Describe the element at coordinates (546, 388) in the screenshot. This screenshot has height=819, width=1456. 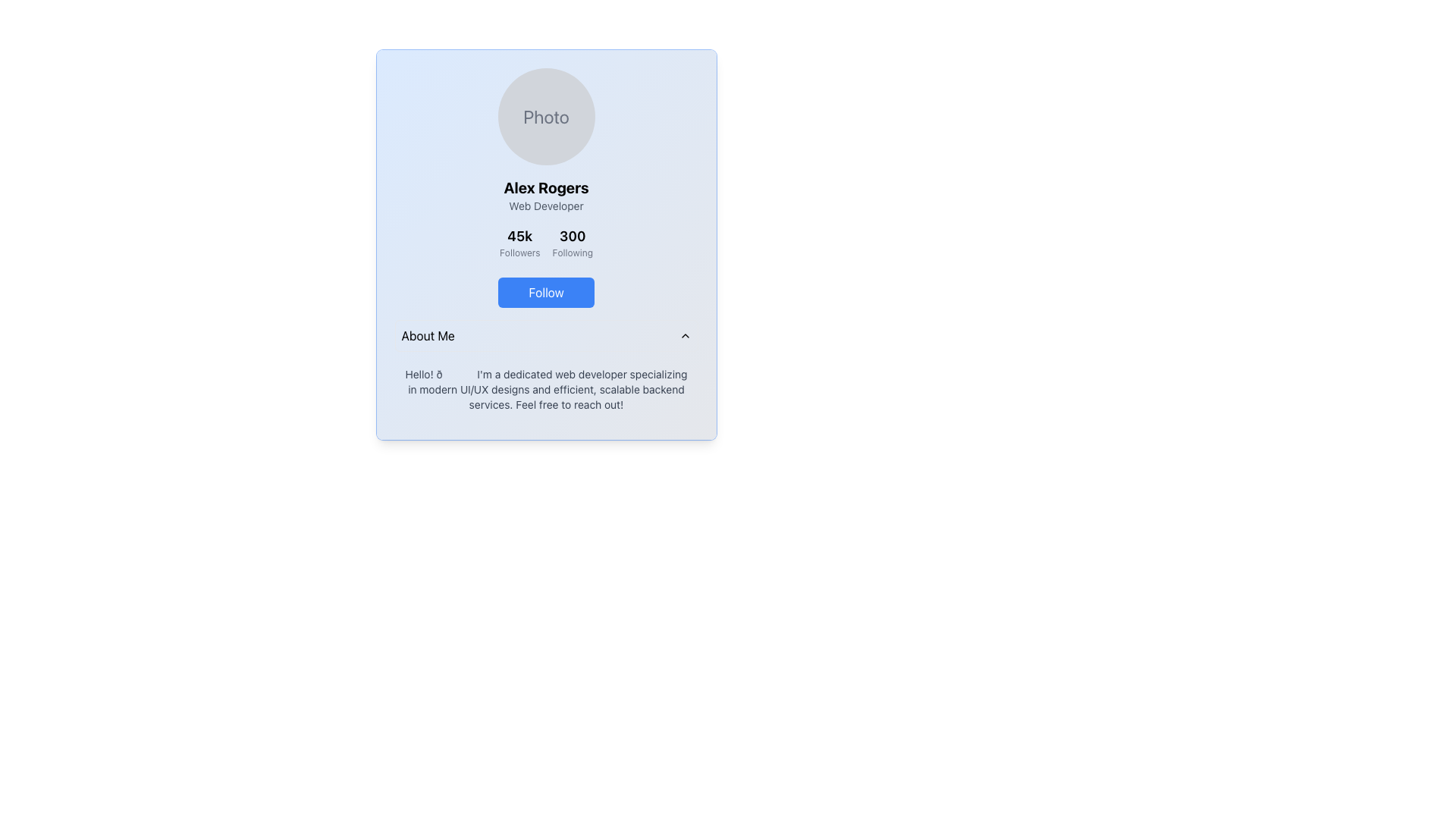
I see `the distinct textual paragraph styled with a gray font located below the 'About Me' heading in the lower section of the profile card` at that location.